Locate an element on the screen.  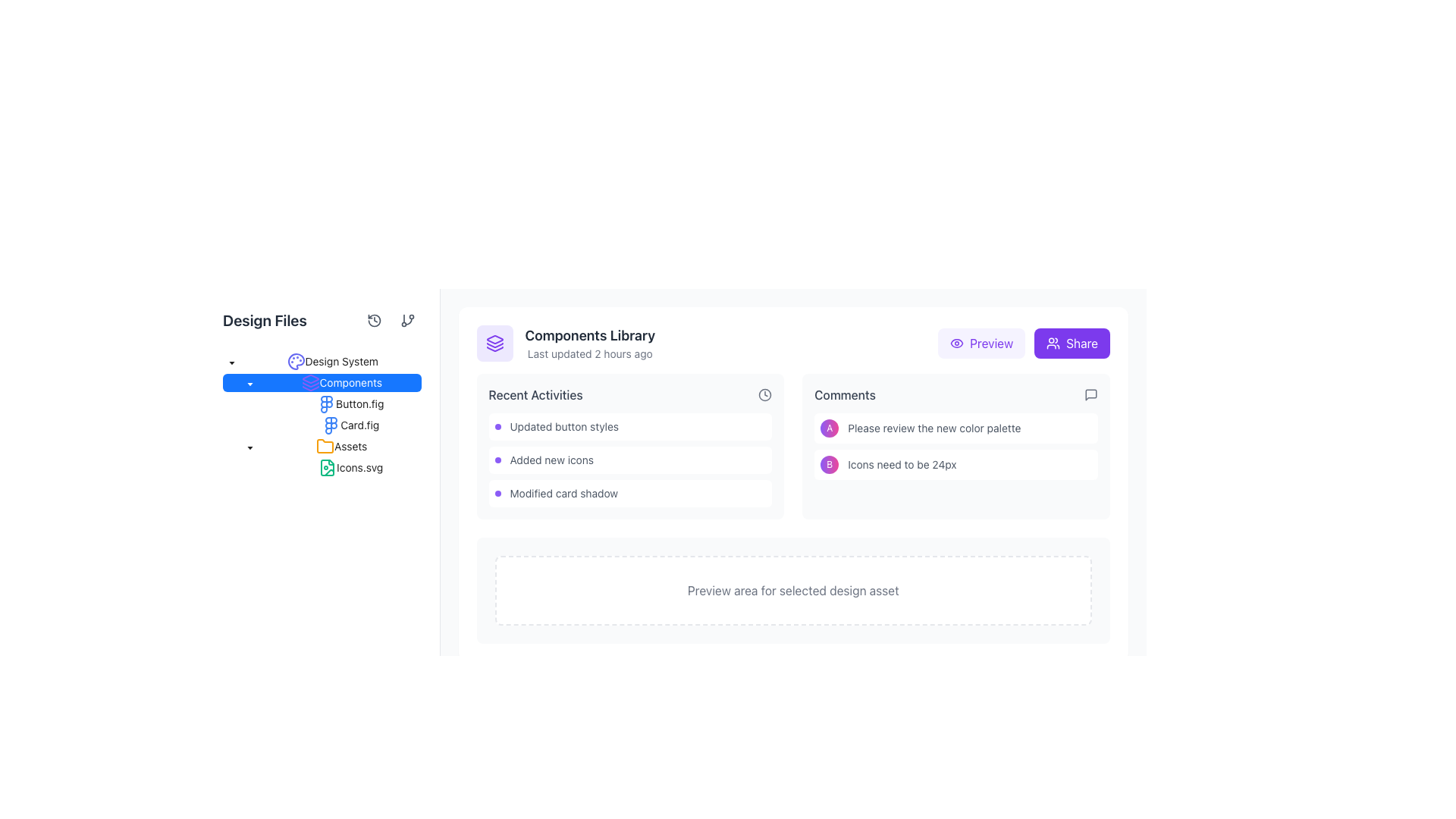
the 'Comments' text label, which is displayed in a medium-weight gray font and located in the top-right of the interface, within the 'Recent Activities' section is located at coordinates (844, 394).